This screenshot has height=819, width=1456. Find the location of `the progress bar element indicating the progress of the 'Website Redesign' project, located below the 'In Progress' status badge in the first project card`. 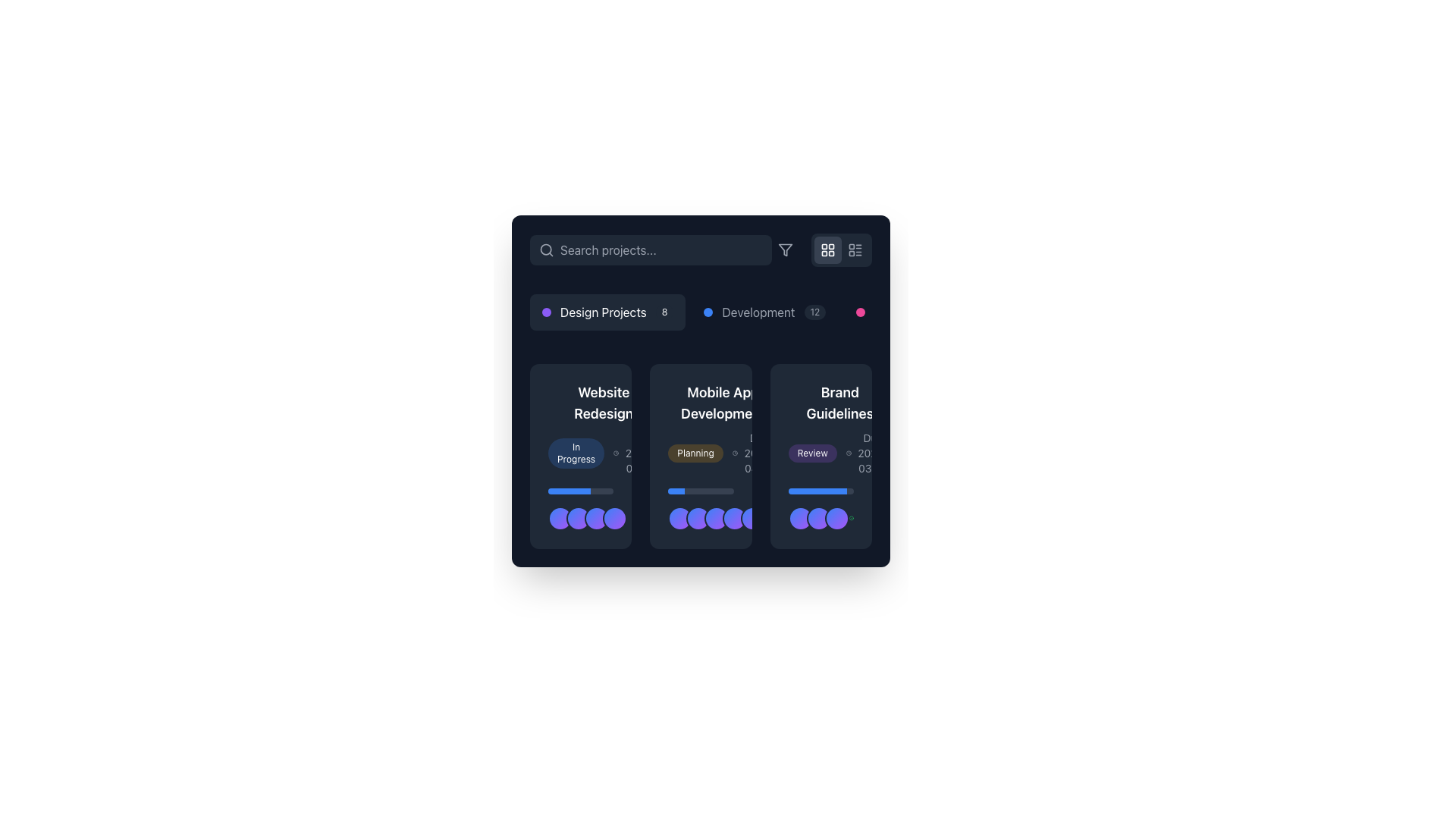

the progress bar element indicating the progress of the 'Website Redesign' project, located below the 'In Progress' status badge in the first project card is located at coordinates (580, 491).